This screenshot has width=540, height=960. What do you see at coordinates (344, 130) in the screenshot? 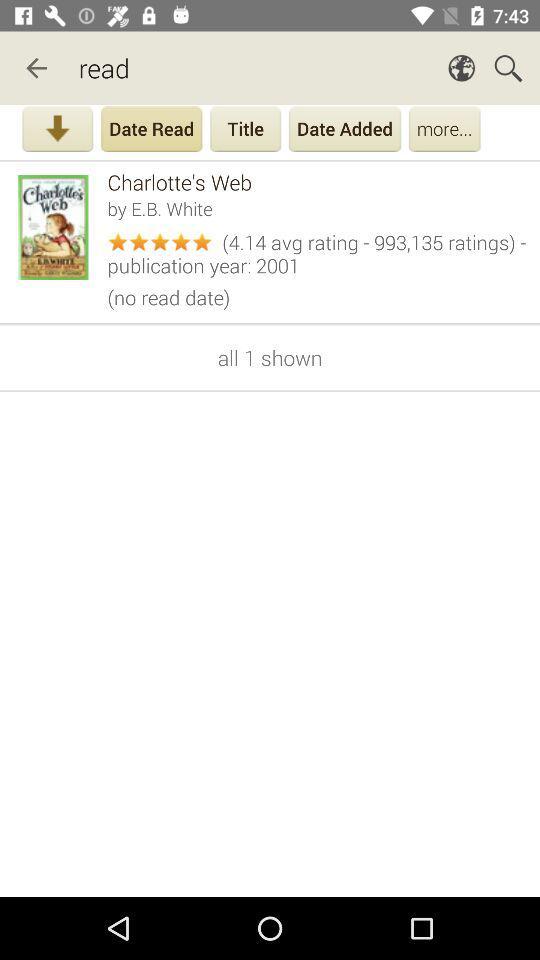
I see `item to the left of more... icon` at bounding box center [344, 130].